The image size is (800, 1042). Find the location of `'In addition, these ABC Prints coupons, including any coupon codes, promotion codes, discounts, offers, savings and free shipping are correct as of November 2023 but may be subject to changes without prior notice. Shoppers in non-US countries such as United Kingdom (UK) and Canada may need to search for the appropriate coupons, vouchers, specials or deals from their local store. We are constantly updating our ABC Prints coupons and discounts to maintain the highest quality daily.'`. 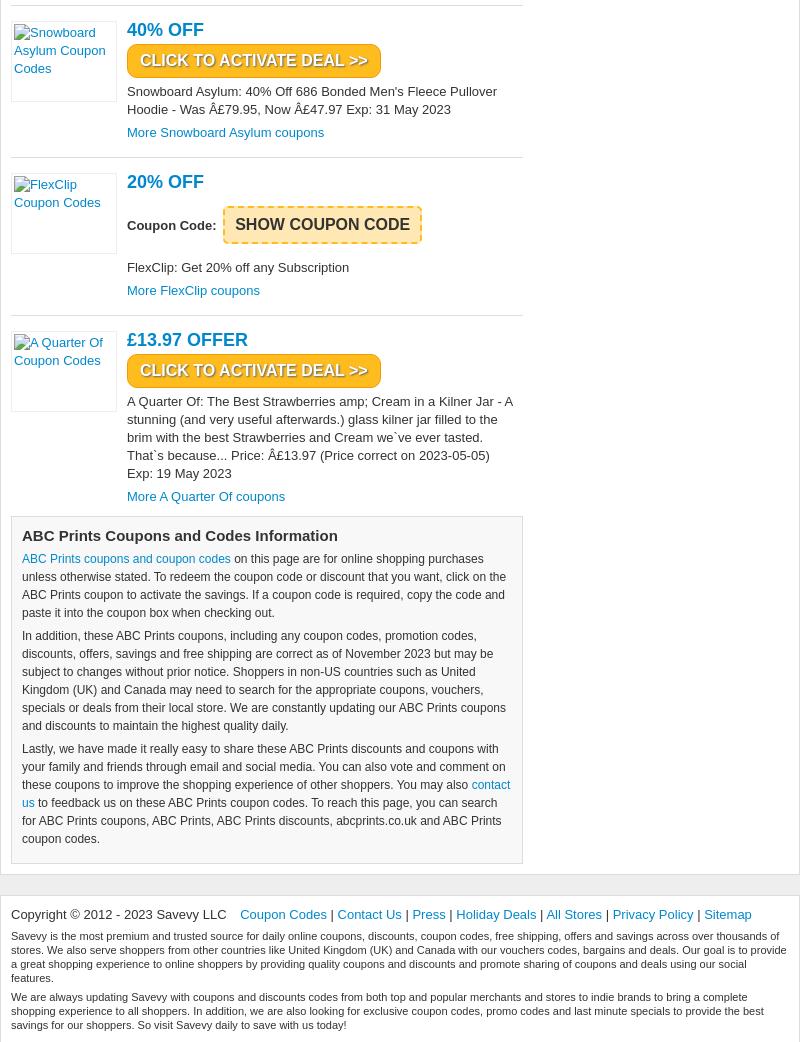

'In addition, these ABC Prints coupons, including any coupon codes, promotion codes, discounts, offers, savings and free shipping are correct as of November 2023 but may be subject to changes without prior notice. Shoppers in non-US countries such as United Kingdom (UK) and Canada may need to search for the appropriate coupons, vouchers, specials or deals from their local store. We are constantly updating our ABC Prints coupons and discounts to maintain the highest quality daily.' is located at coordinates (263, 681).